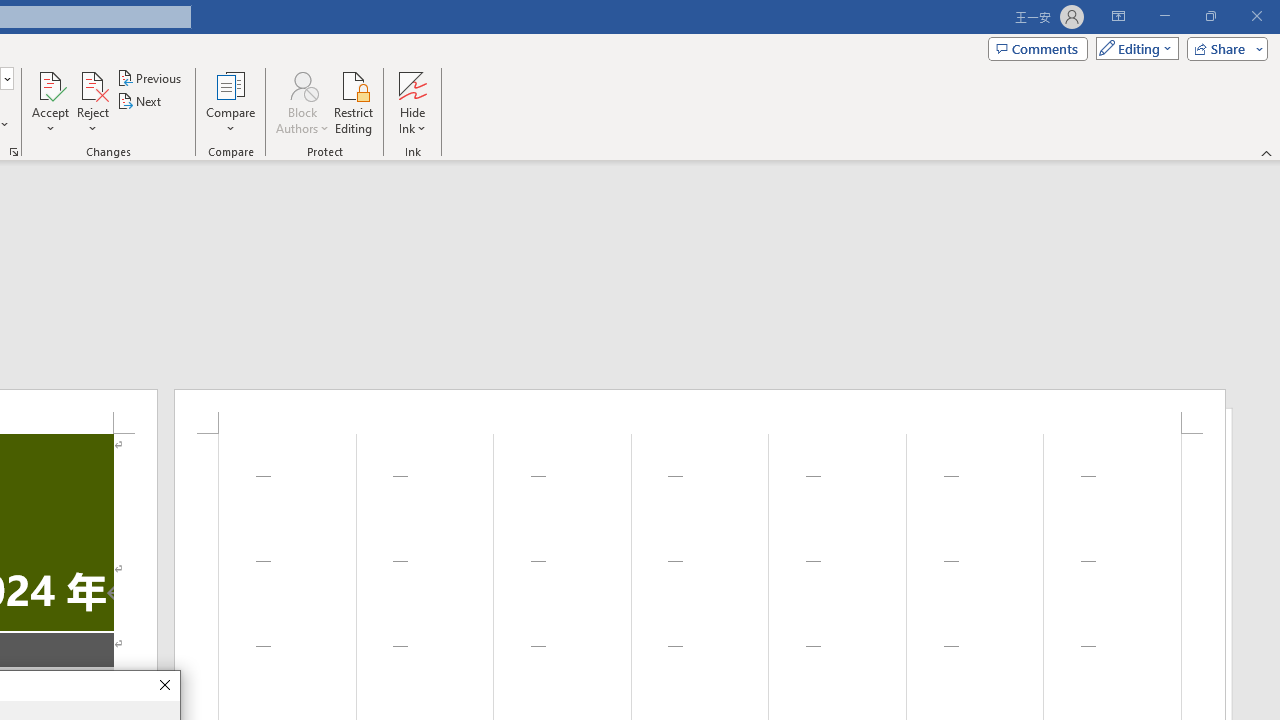 Image resolution: width=1280 pixels, height=720 pixels. I want to click on 'Change Tracking Options...', so click(14, 150).